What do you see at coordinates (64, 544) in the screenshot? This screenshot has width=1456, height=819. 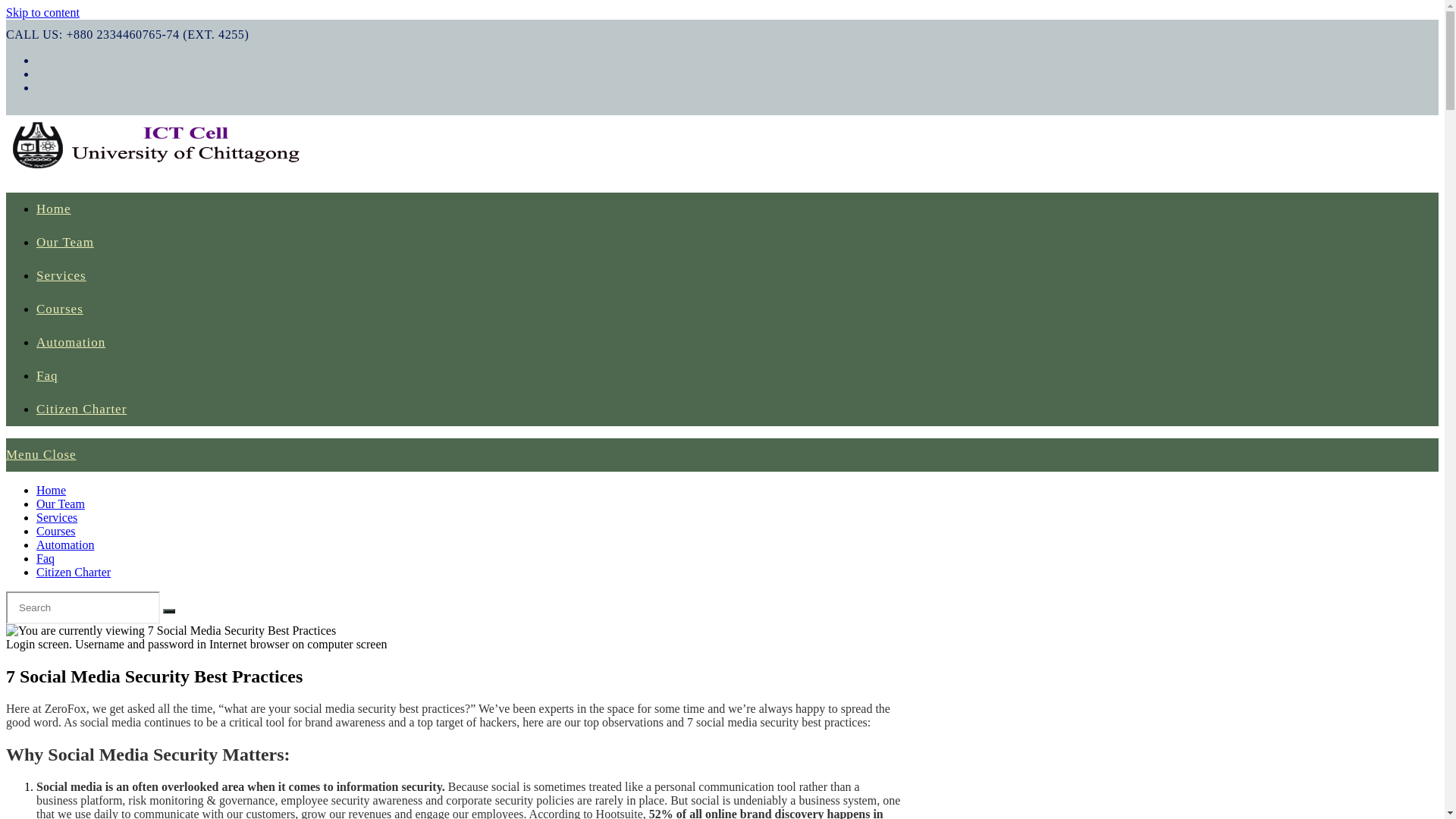 I see `'Automation'` at bounding box center [64, 544].